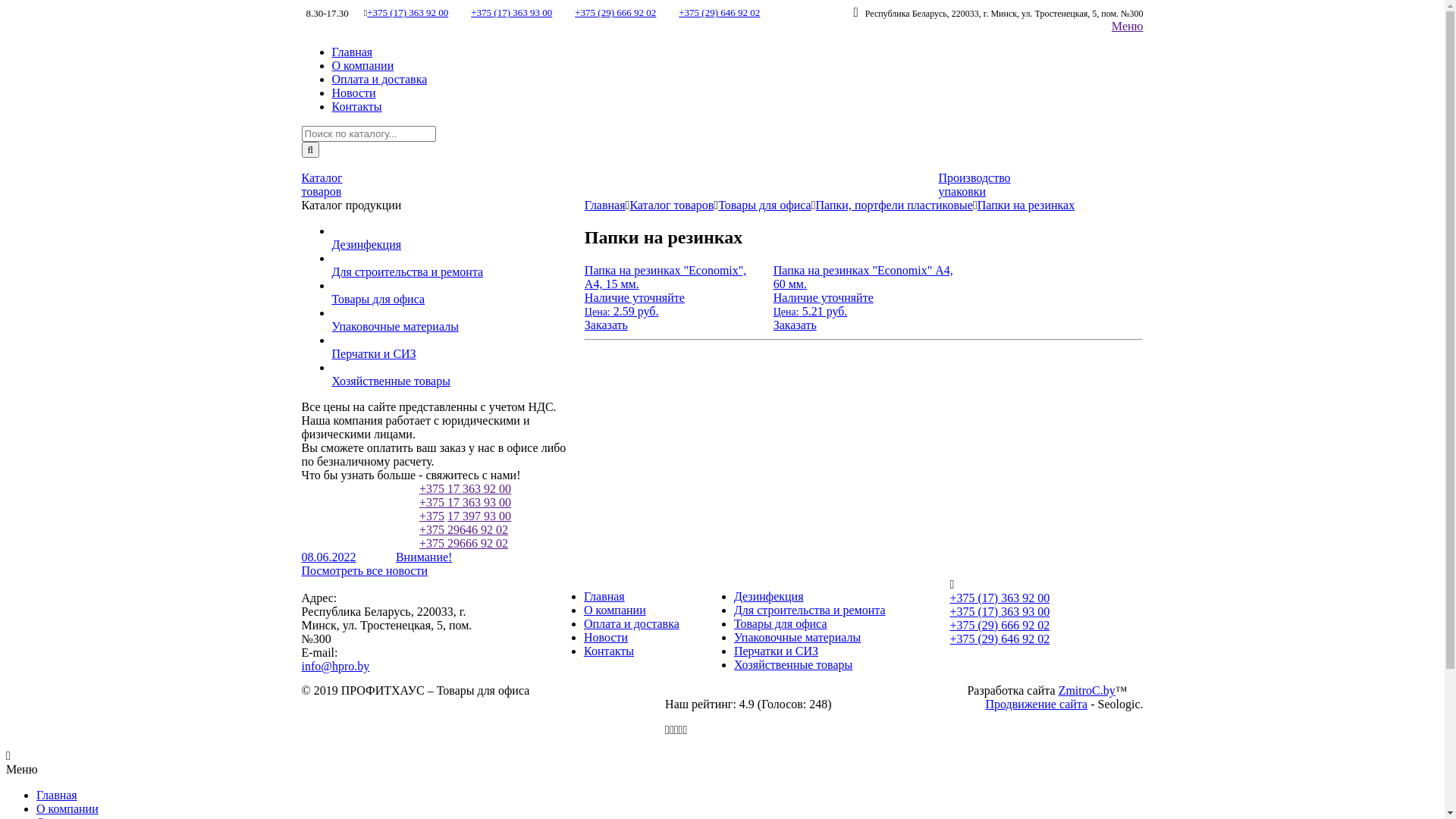 This screenshot has height=819, width=1456. I want to click on '+375 (17) 363 93 00', so click(511, 12).